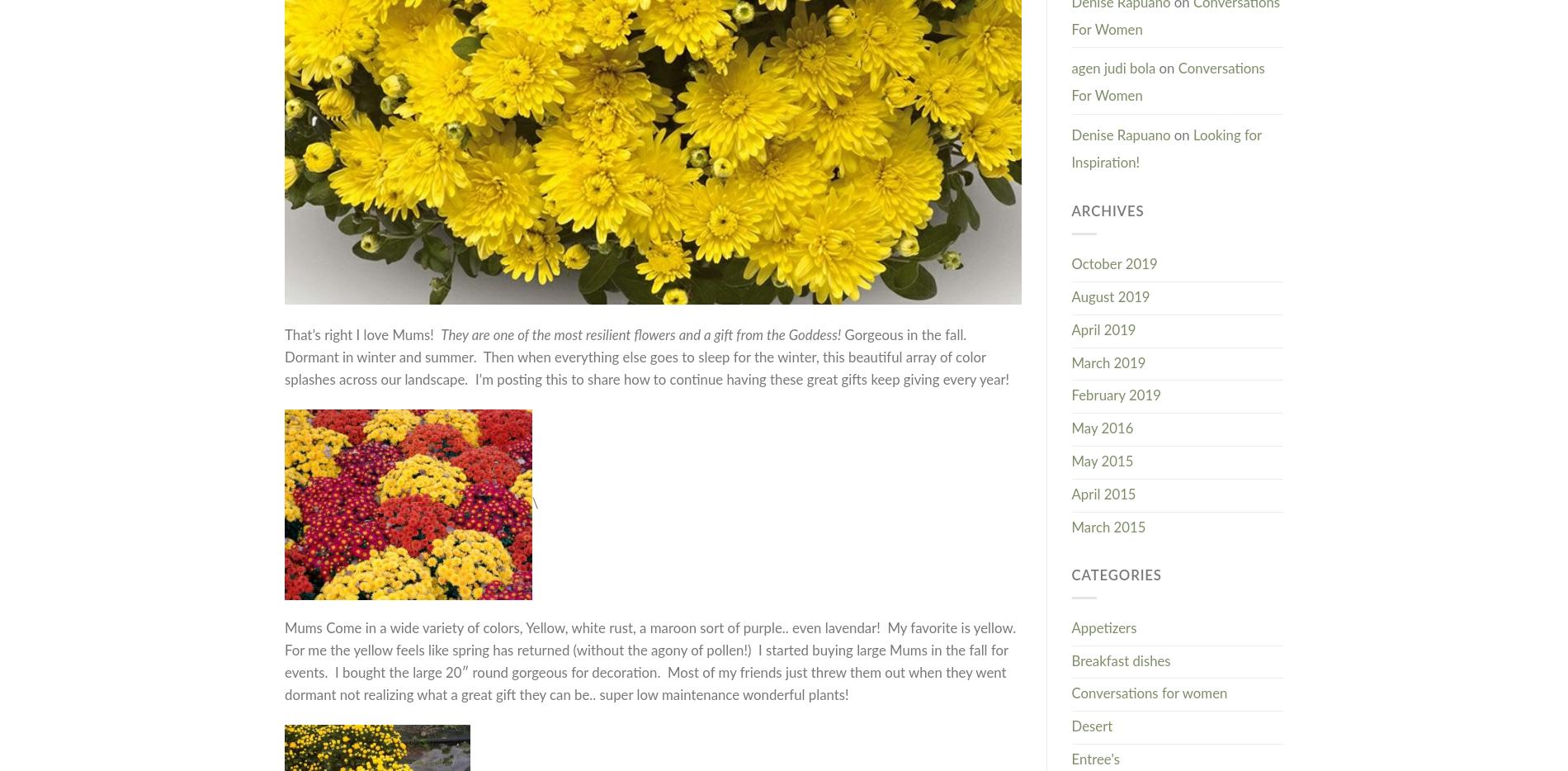 The image size is (1568, 771). Describe the element at coordinates (284, 333) in the screenshot. I see `'That’s right I love Mums!'` at that location.